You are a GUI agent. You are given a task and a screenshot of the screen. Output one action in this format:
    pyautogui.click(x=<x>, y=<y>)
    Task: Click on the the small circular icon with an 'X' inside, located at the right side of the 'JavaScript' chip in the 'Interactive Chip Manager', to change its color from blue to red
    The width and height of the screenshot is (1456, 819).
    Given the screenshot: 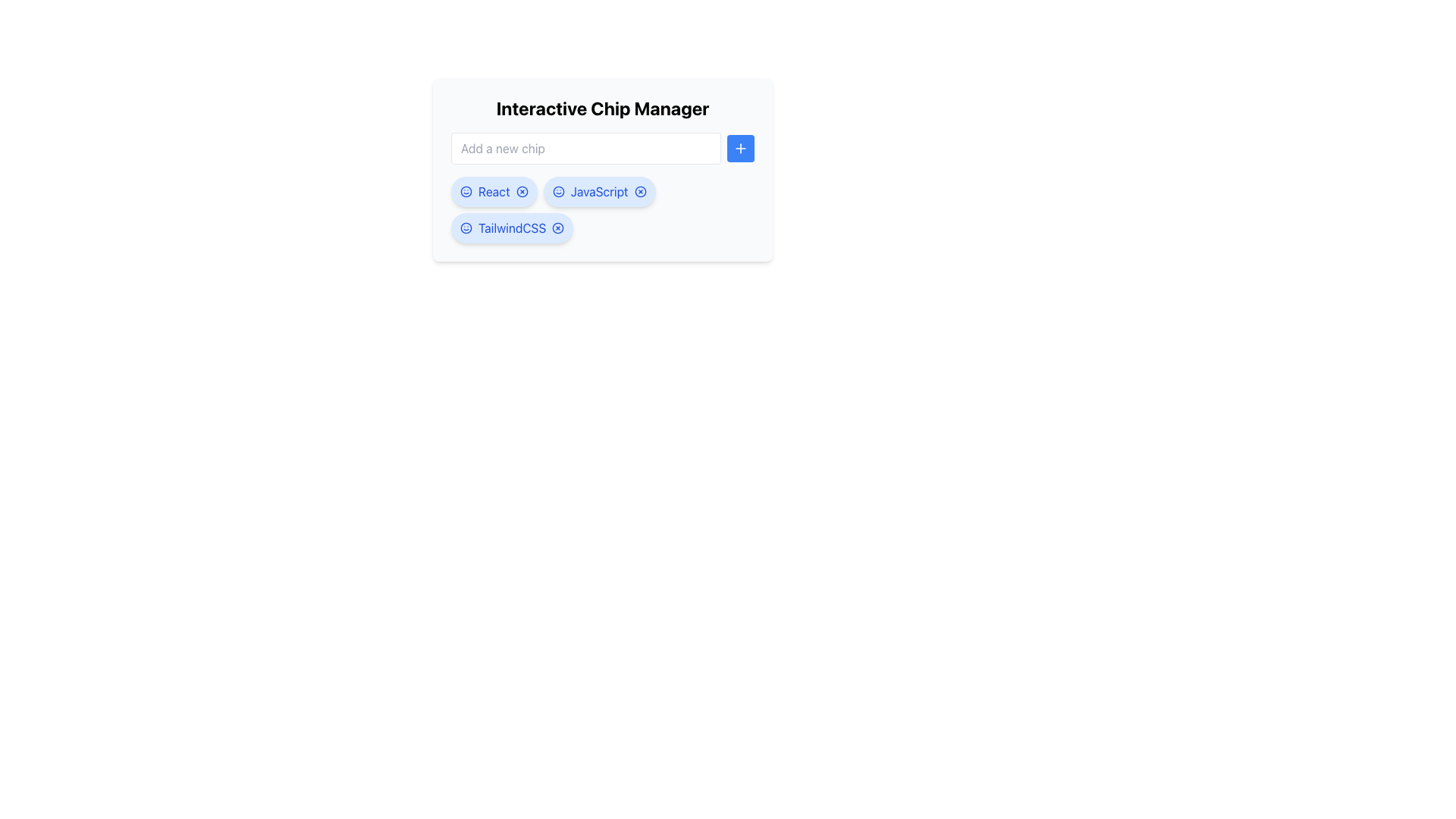 What is the action you would take?
    pyautogui.click(x=640, y=191)
    